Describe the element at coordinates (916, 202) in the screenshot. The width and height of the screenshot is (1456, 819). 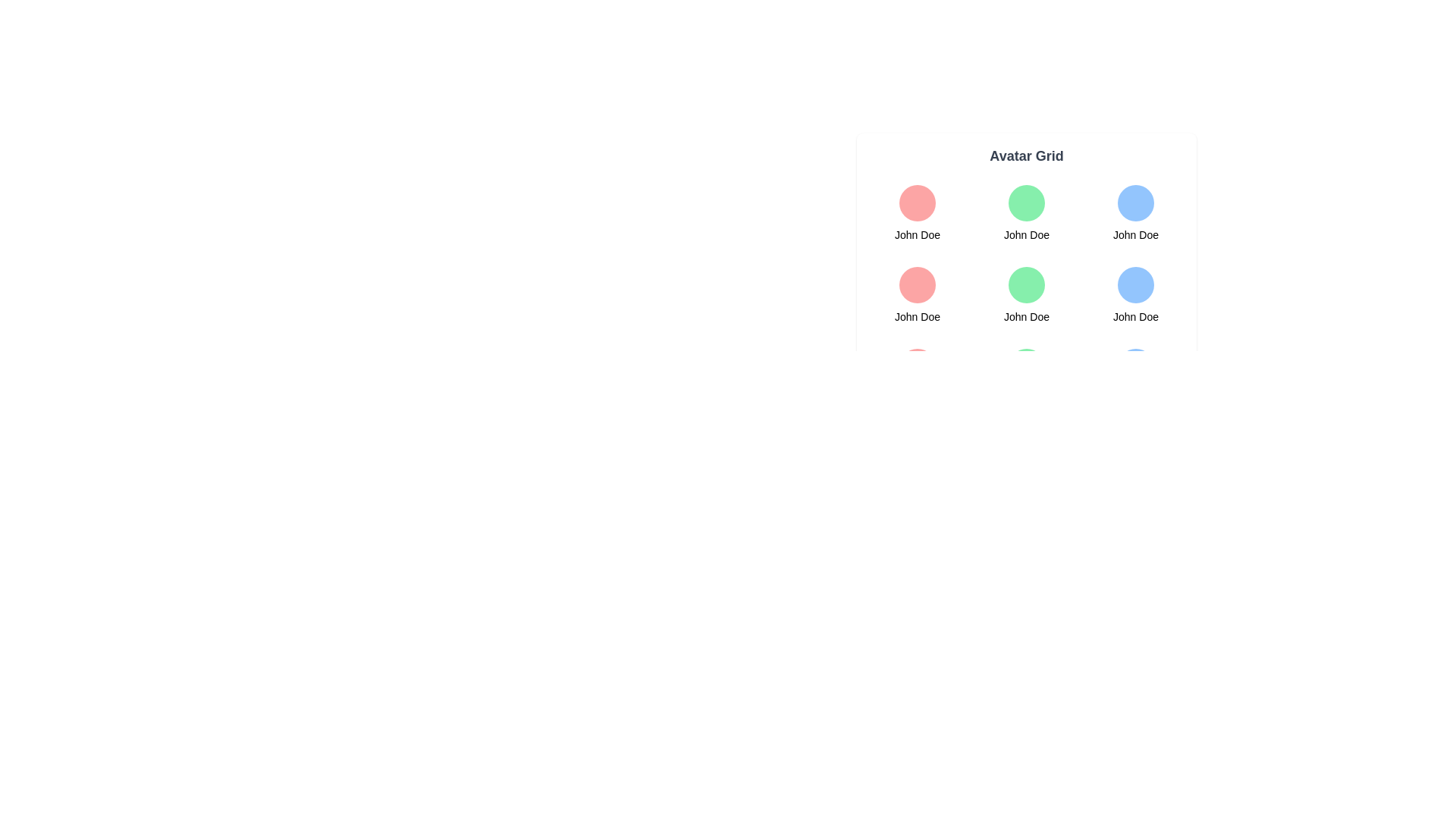
I see `the user avatar representing 'John Doe' located at the top-left corner of the interface` at that location.